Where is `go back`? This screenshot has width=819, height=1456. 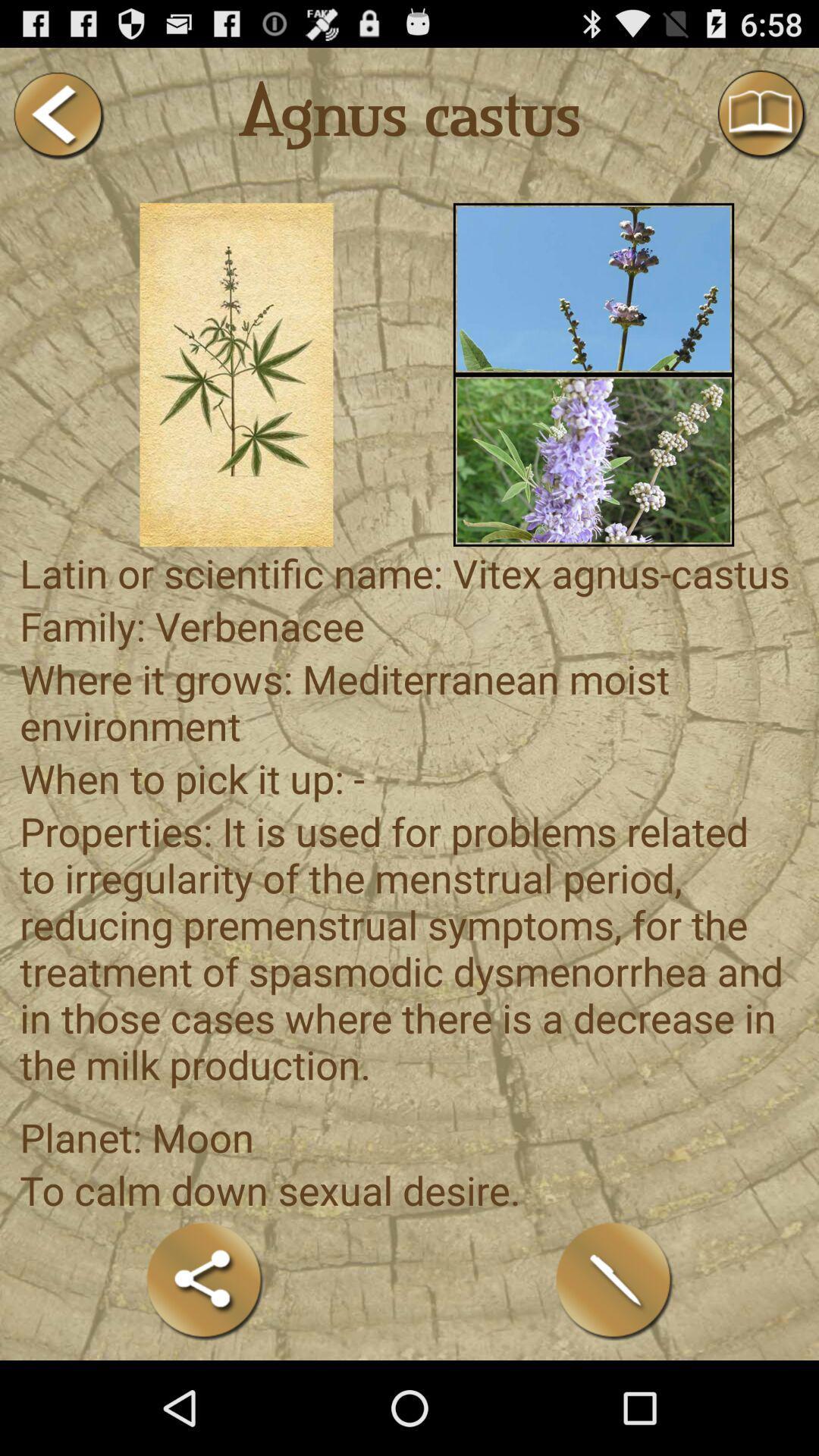
go back is located at coordinates (57, 115).